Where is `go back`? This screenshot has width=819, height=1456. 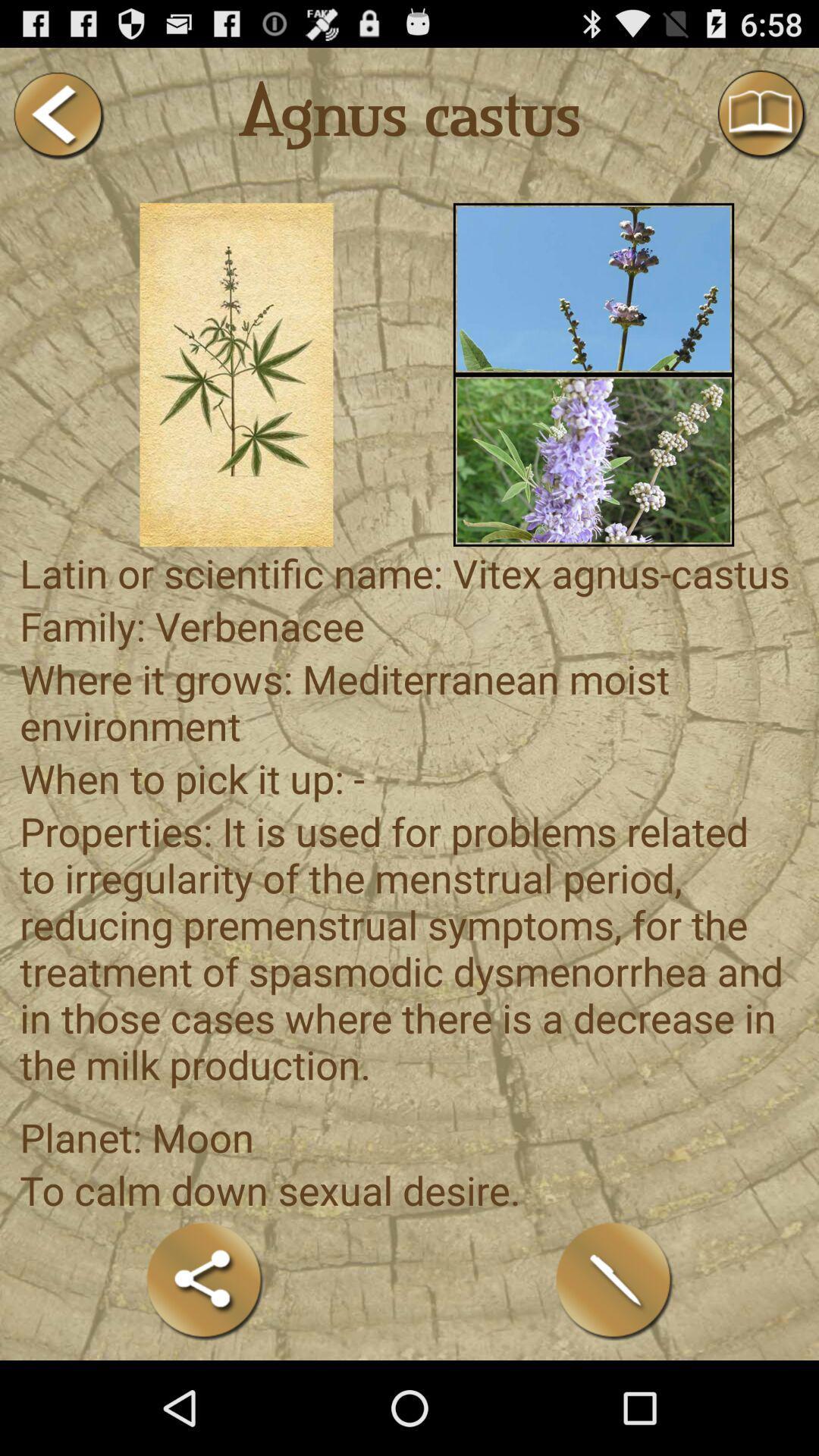
go back is located at coordinates (57, 115).